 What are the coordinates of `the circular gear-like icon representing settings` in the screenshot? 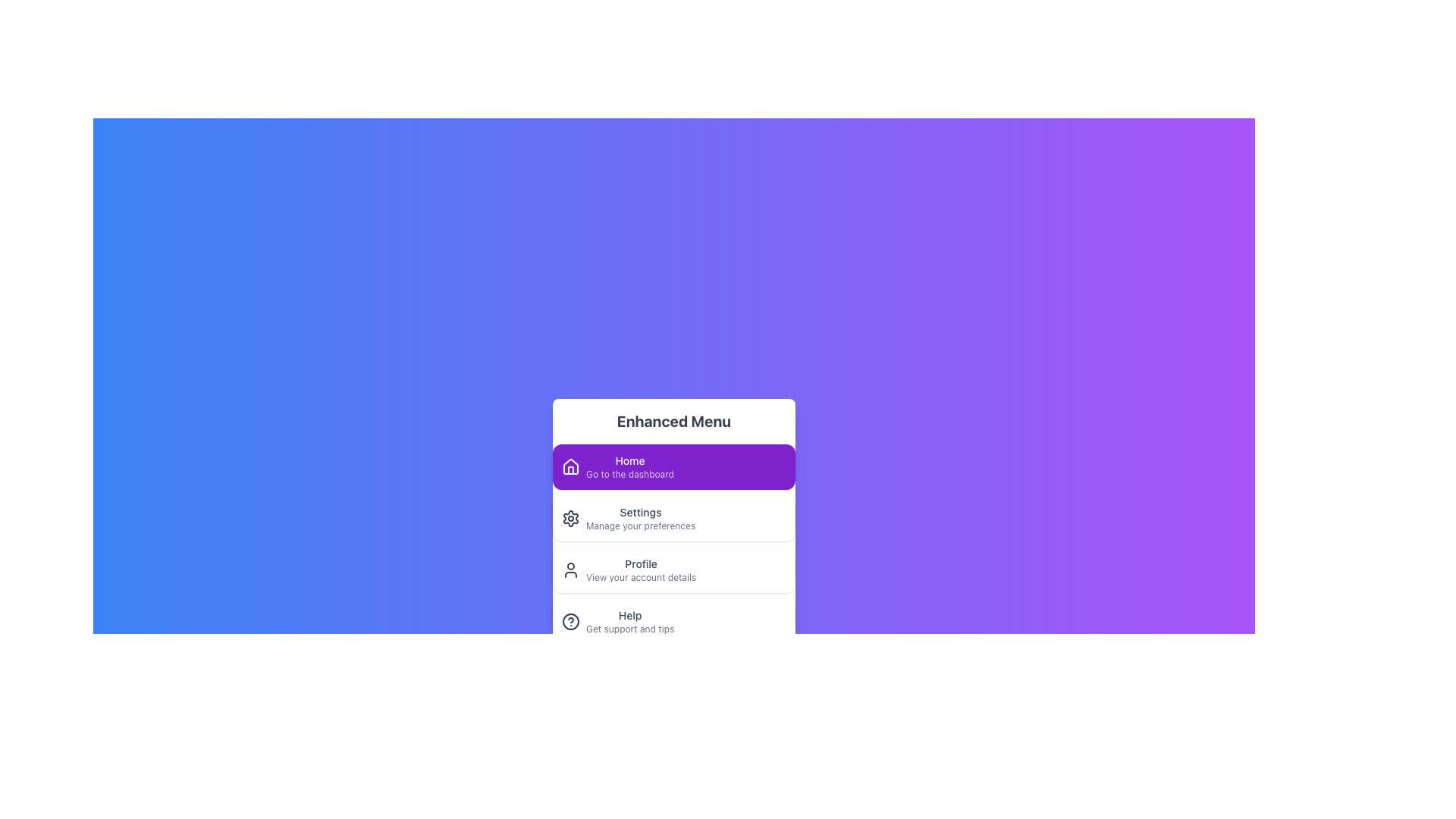 It's located at (570, 517).